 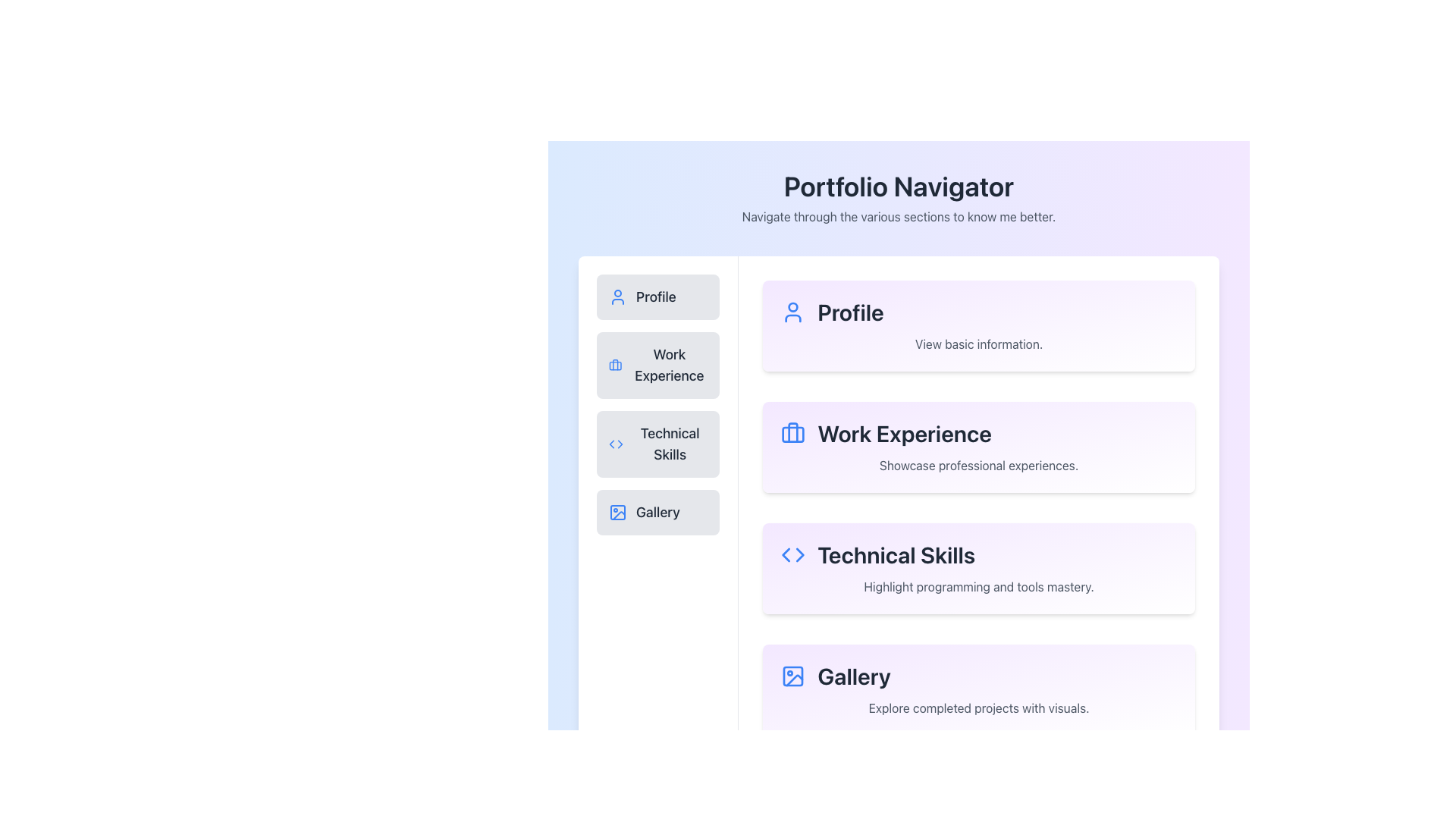 What do you see at coordinates (792, 435) in the screenshot?
I see `the base rectangle of the briefcase icon representing 'Work Experience' located at the second vertical position in the sidebar navigation` at bounding box center [792, 435].